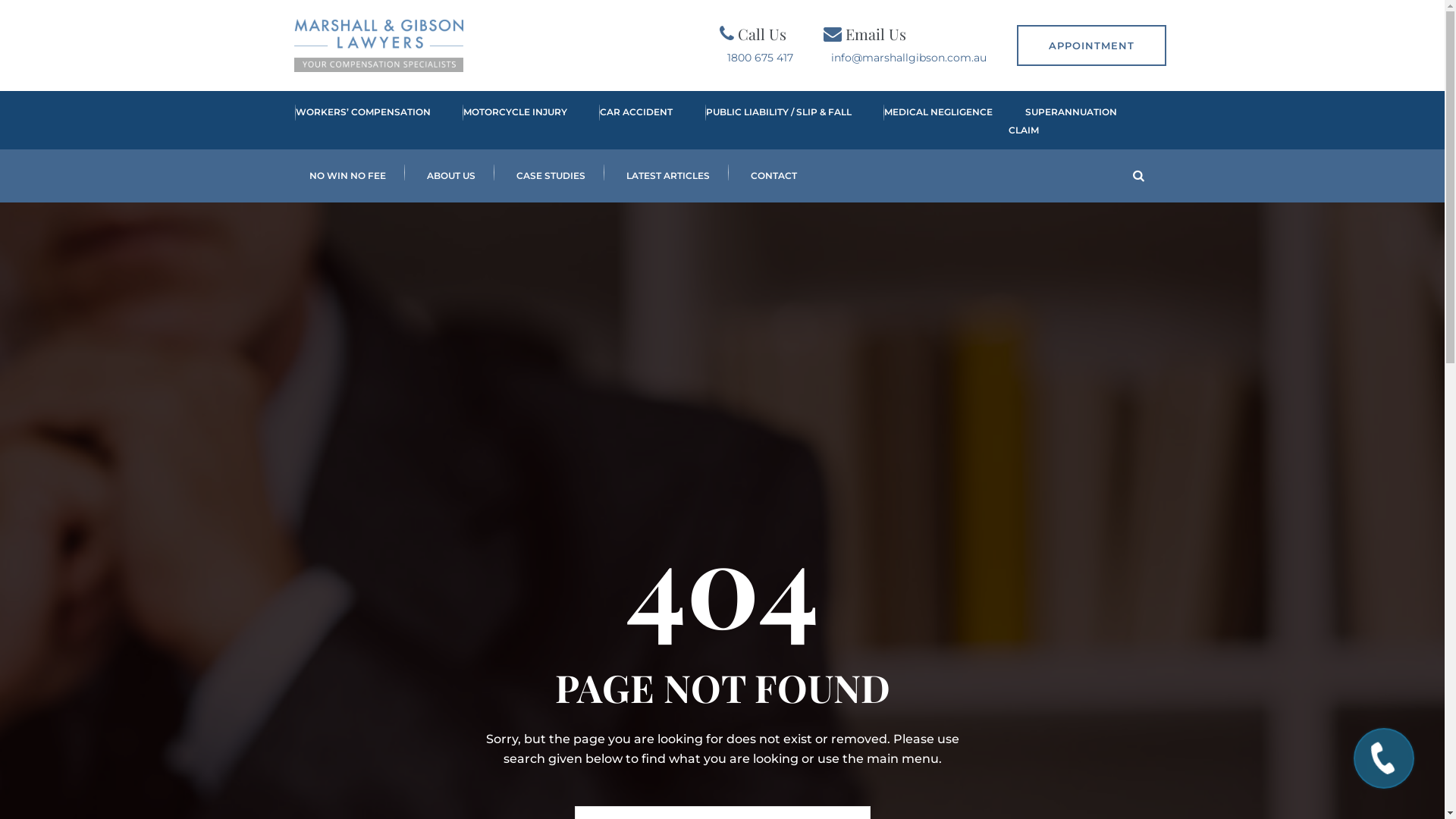 The image size is (1456, 819). What do you see at coordinates (628, 120) in the screenshot?
I see `'CAR ACCIDENT'` at bounding box center [628, 120].